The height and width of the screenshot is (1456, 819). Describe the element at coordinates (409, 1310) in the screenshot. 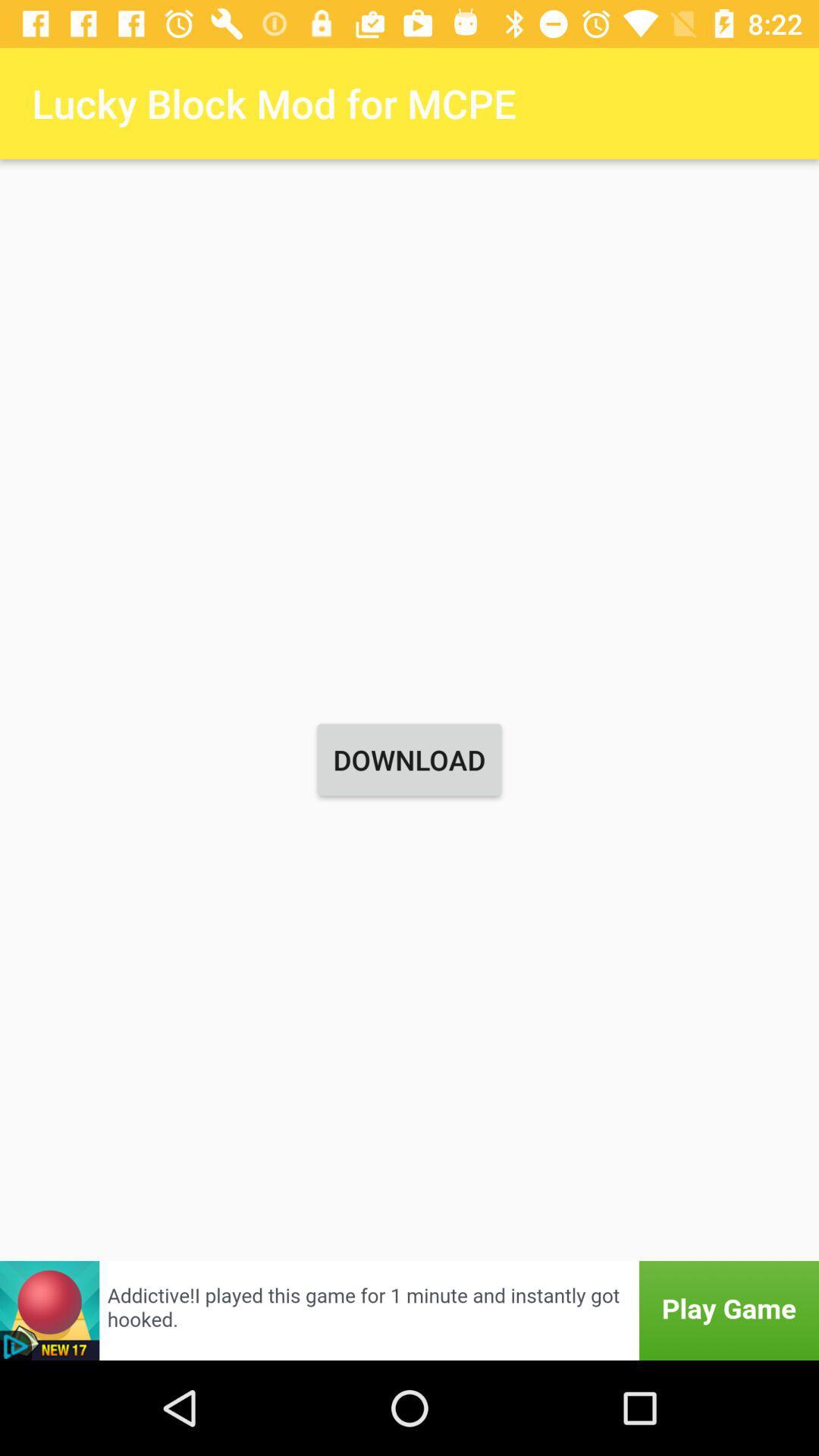

I see `advertisement banner` at that location.